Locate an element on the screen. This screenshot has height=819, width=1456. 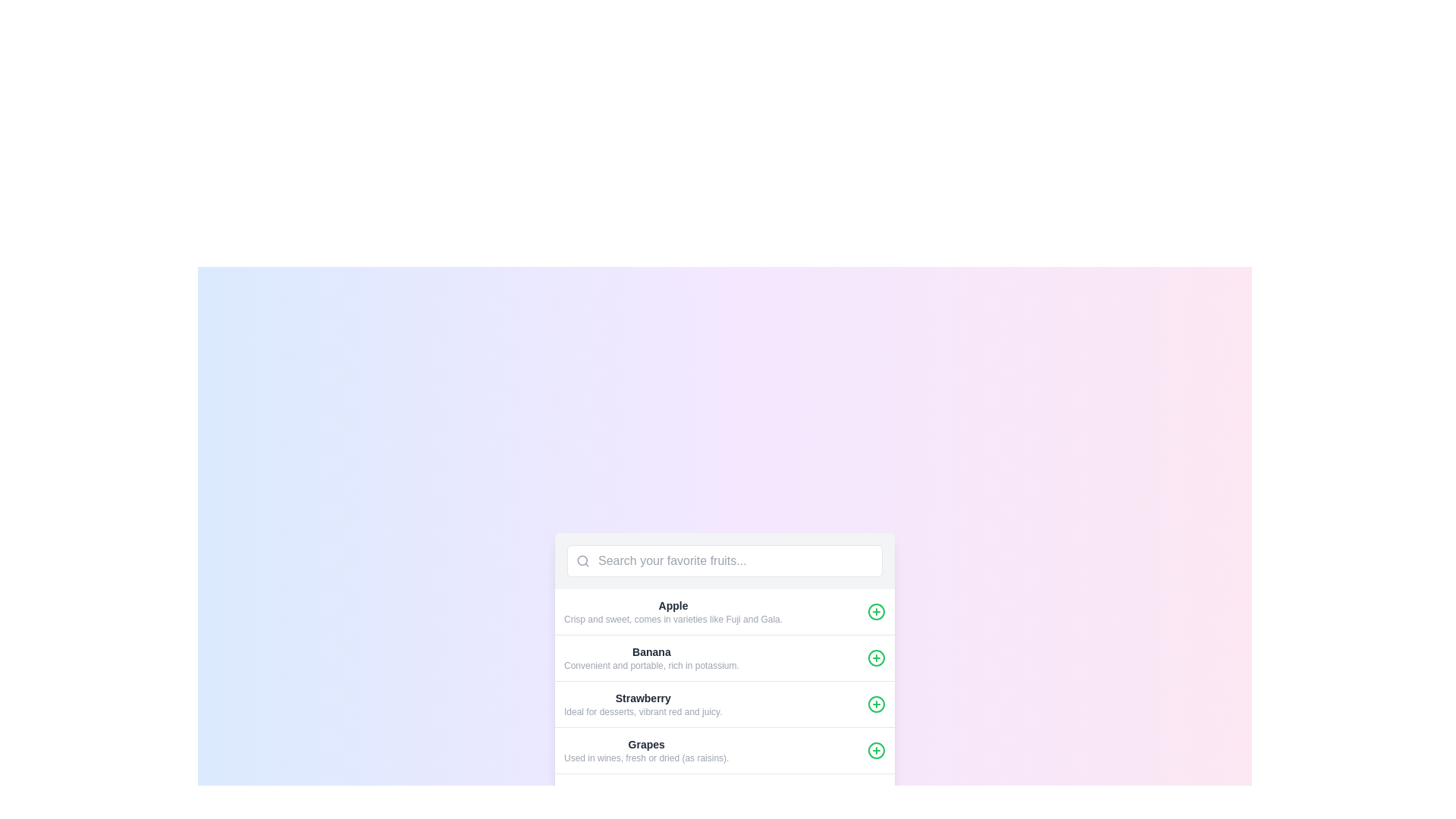
the search bar located at the top section of the list of selectable fruit options to focus on it is located at coordinates (723, 561).